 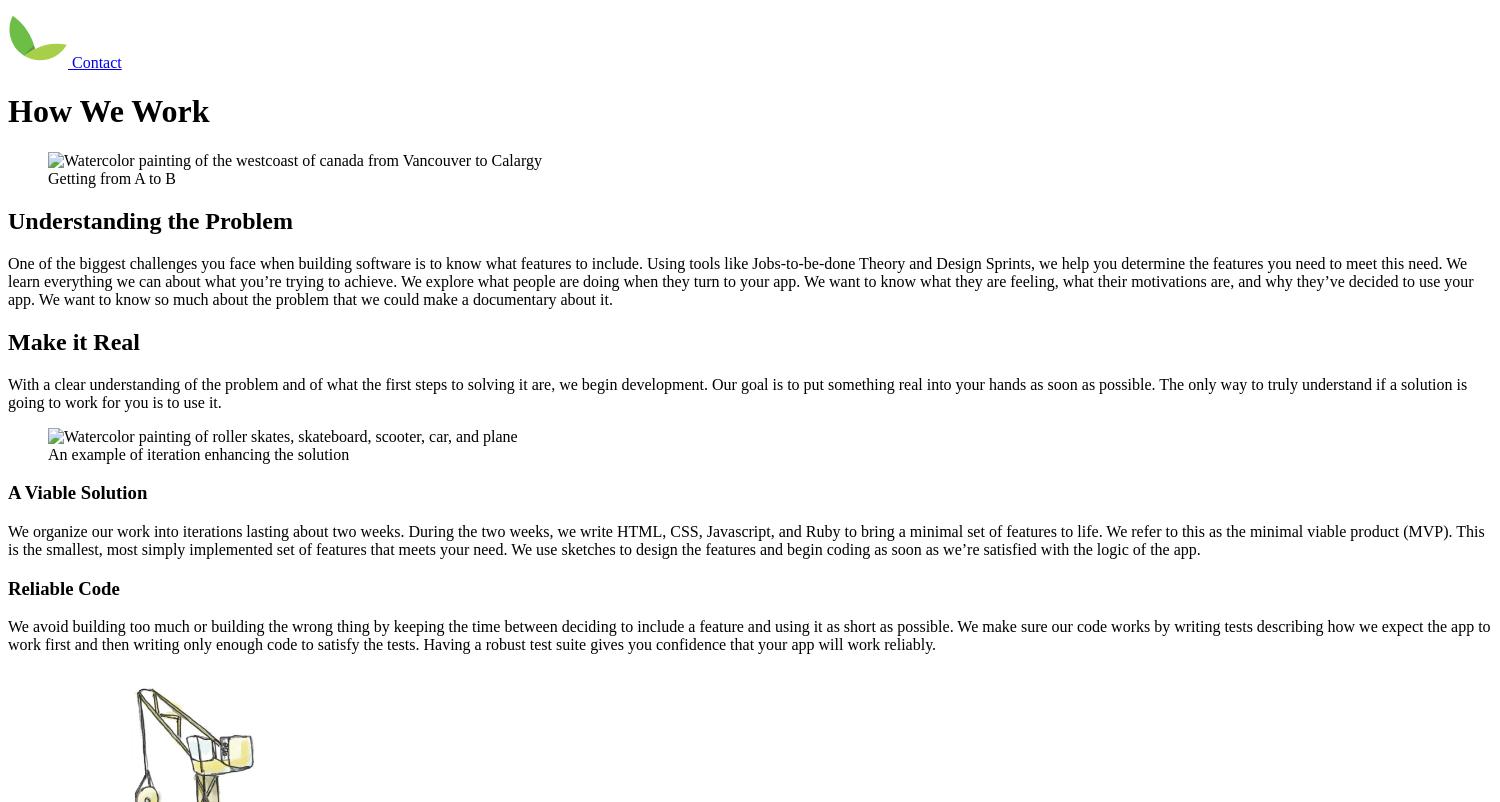 What do you see at coordinates (7, 492) in the screenshot?
I see `'A Viable Solution'` at bounding box center [7, 492].